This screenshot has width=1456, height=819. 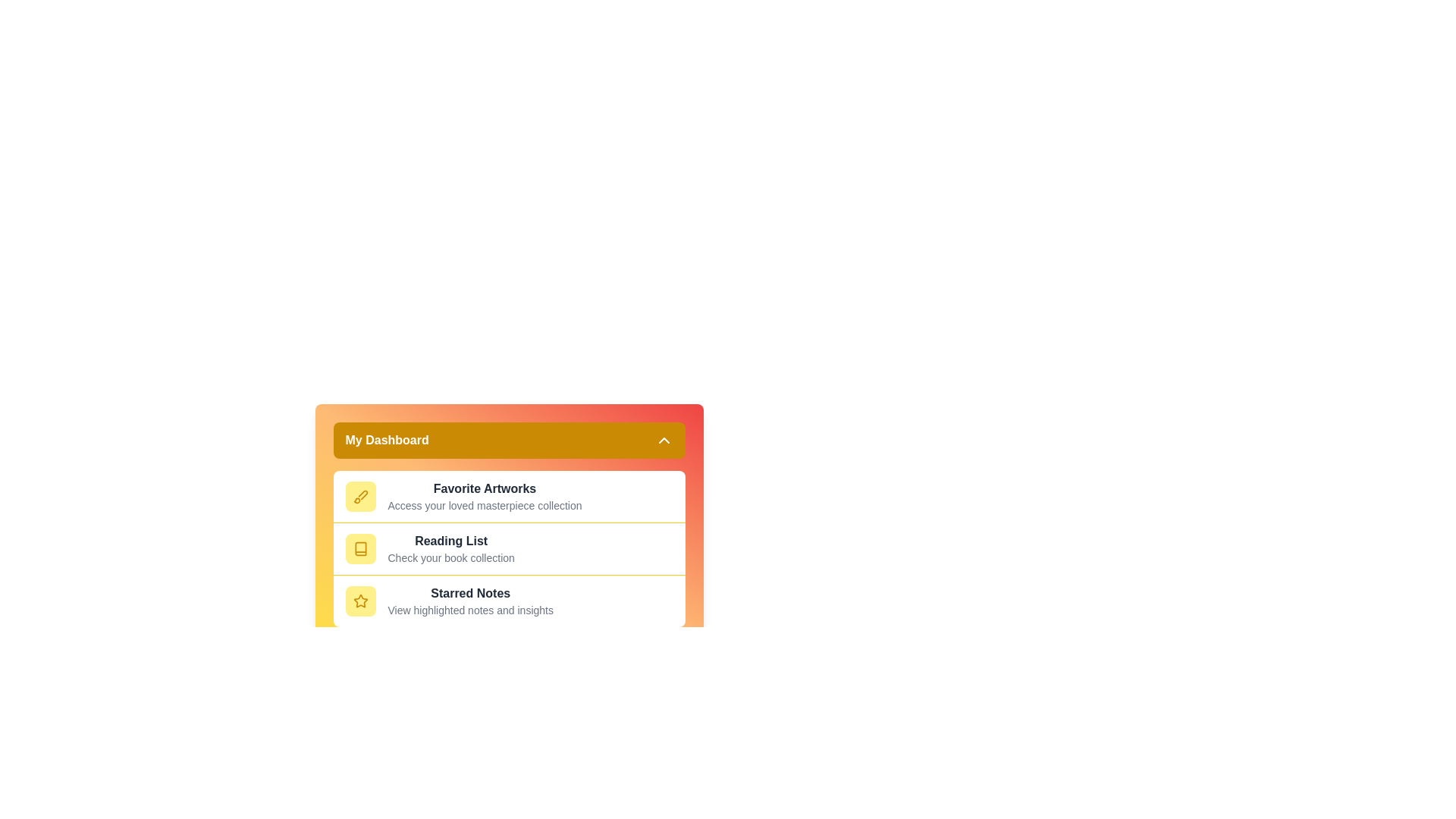 What do you see at coordinates (469, 601) in the screenshot?
I see `the 'Starred Notes' text element which is the third option in the menu under 'My Dashboard', displaying the title in bold dark text and a description in lighter gray text` at bounding box center [469, 601].